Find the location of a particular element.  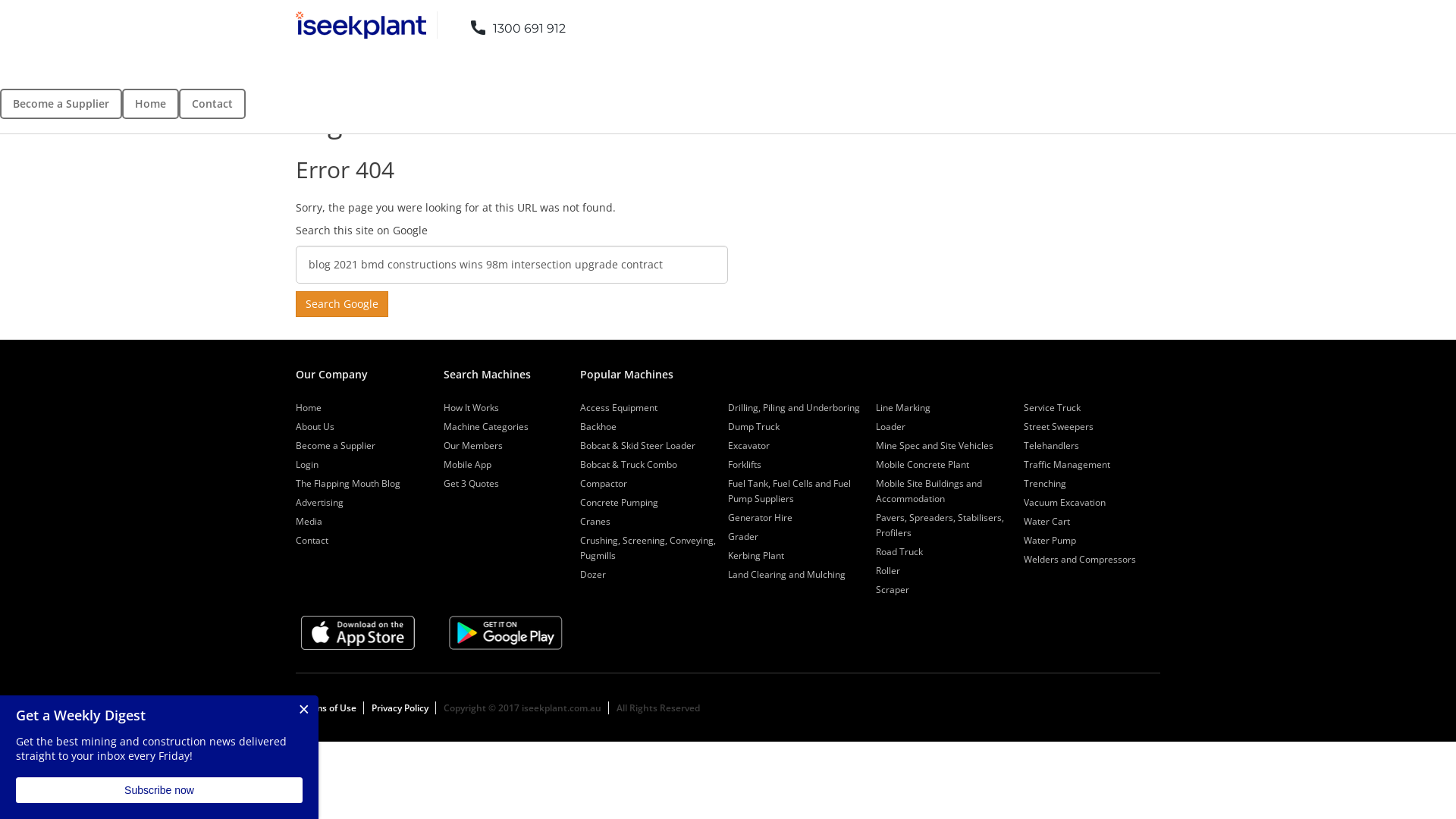

'Search Google' is located at coordinates (341, 304).